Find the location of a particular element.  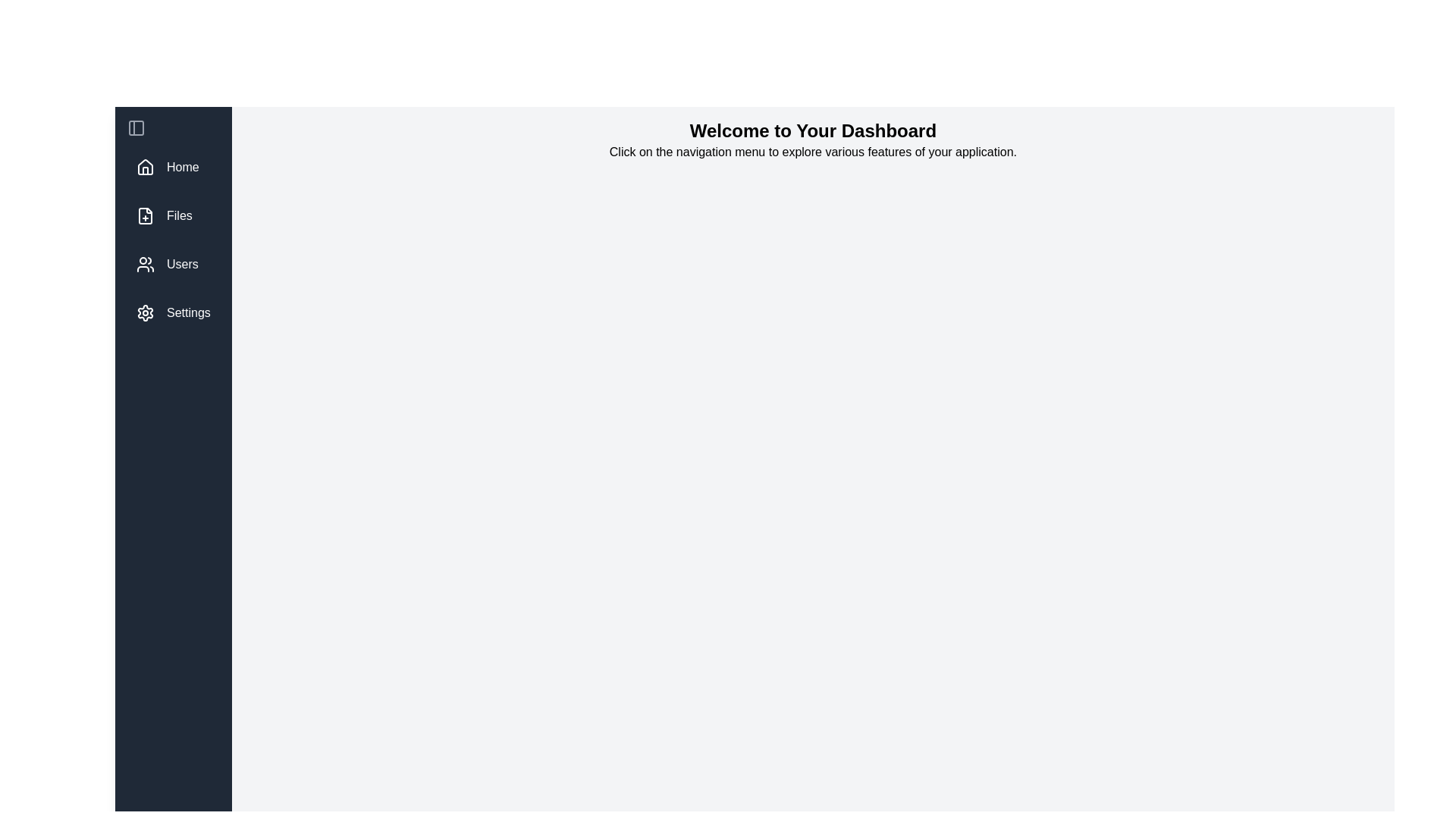

on the text label displaying 'Users' in the vertical navigation bar on the left side of the interface is located at coordinates (182, 263).